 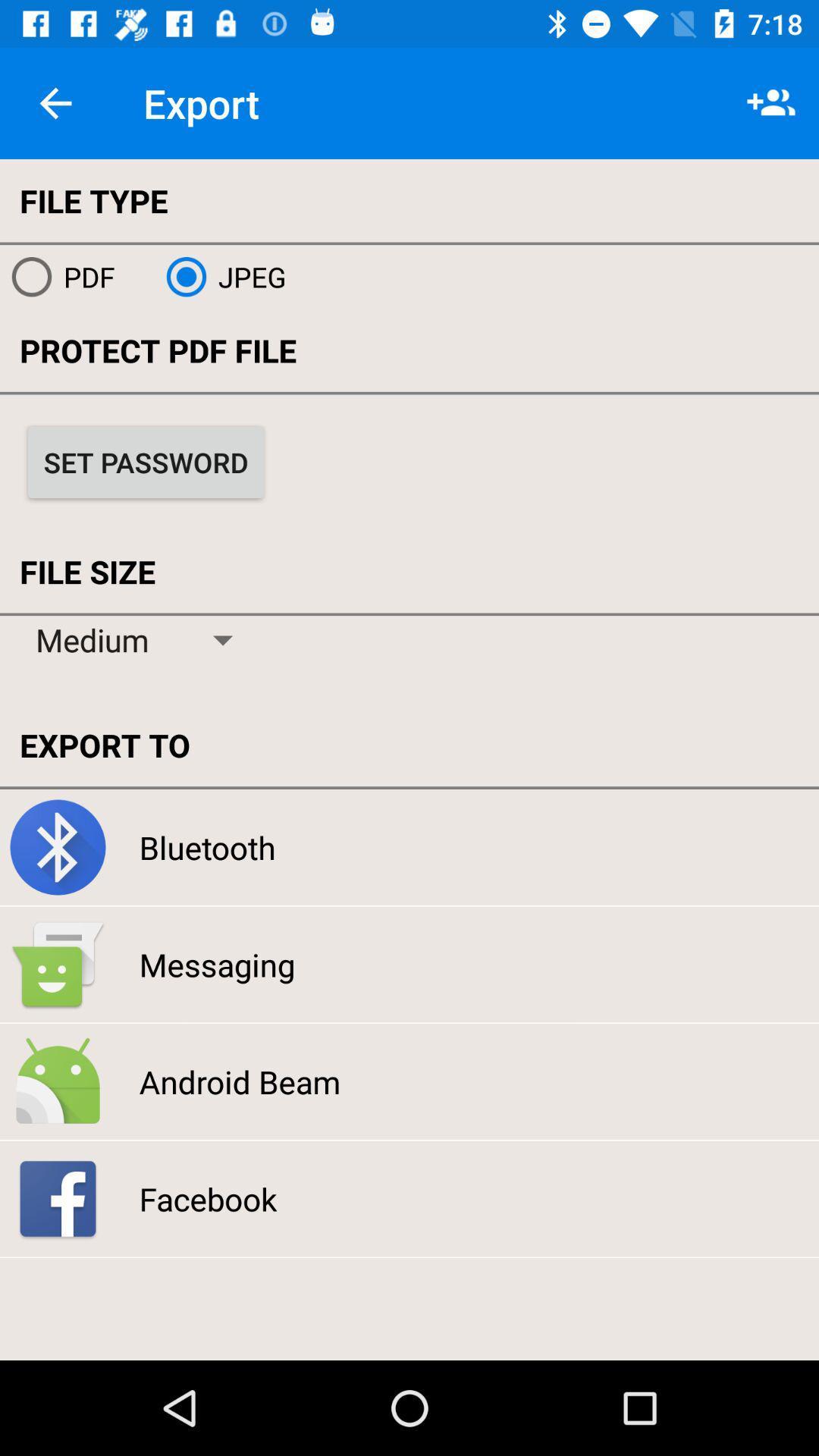 I want to click on the item above the file type item, so click(x=55, y=102).